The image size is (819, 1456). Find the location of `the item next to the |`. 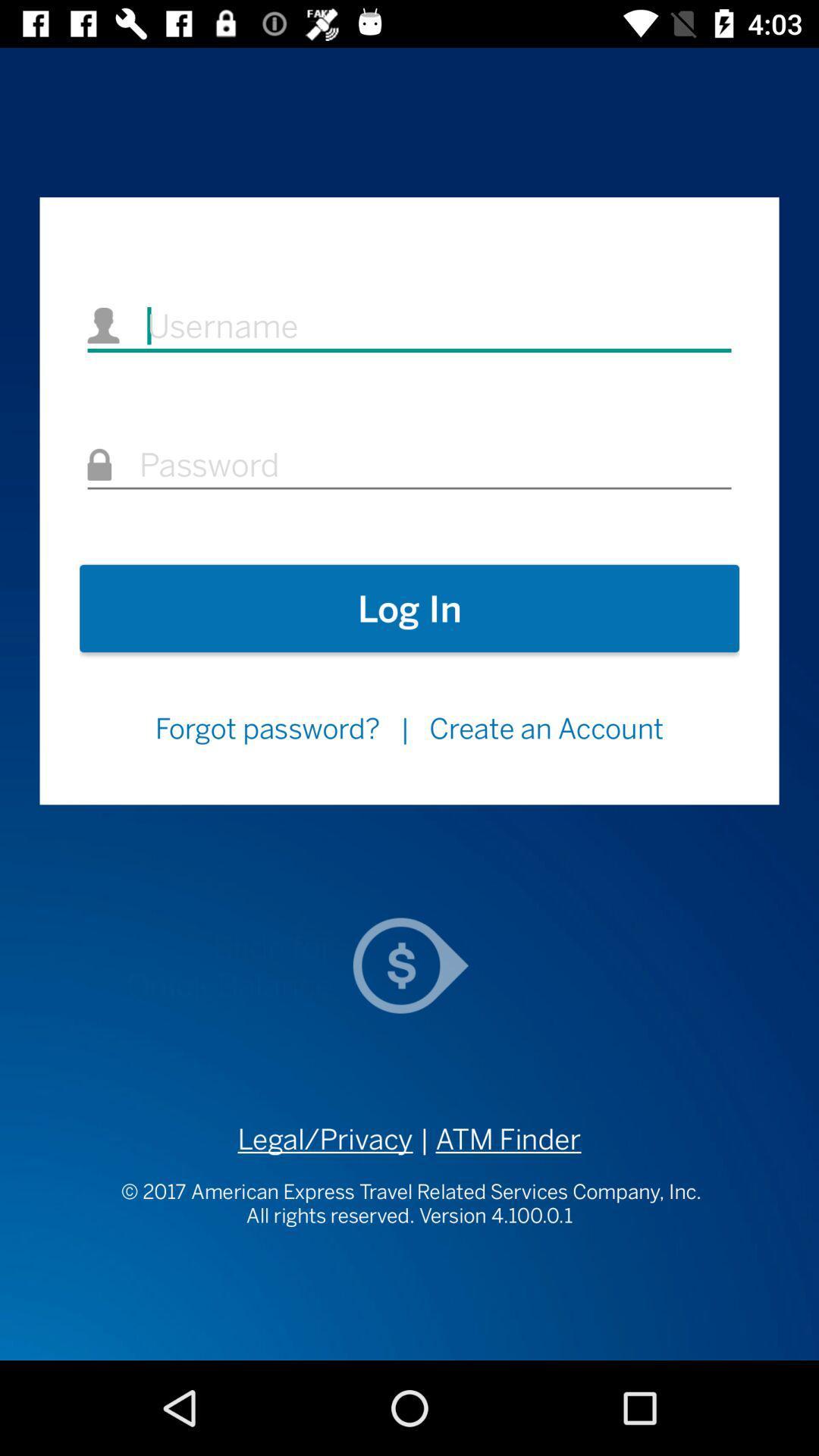

the item next to the | is located at coordinates (266, 728).